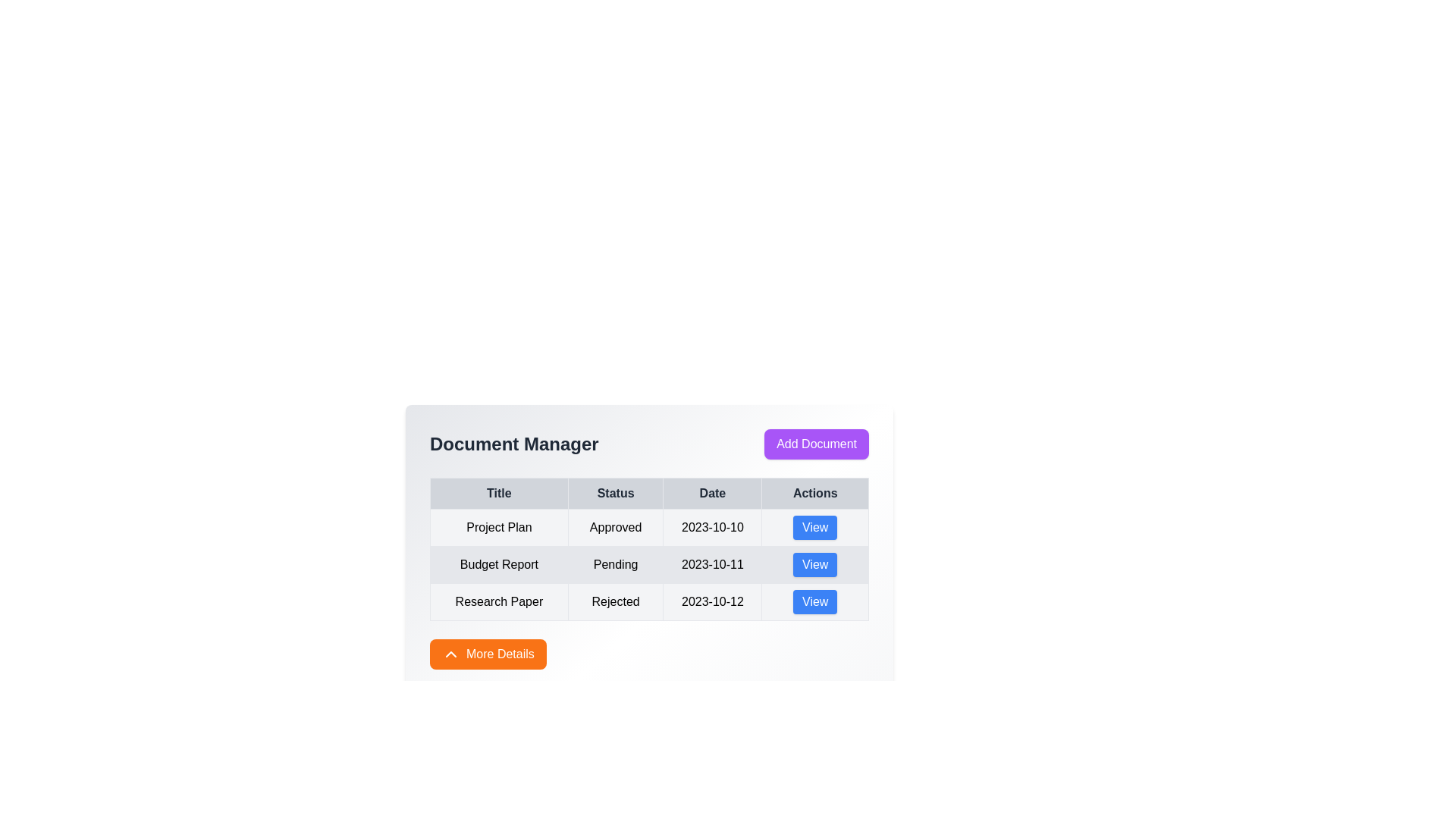 Image resolution: width=1456 pixels, height=819 pixels. What do you see at coordinates (499, 601) in the screenshot?
I see `the non-interactive text label displaying the title for a document entry in the third row of the table under the 'Title' column` at bounding box center [499, 601].